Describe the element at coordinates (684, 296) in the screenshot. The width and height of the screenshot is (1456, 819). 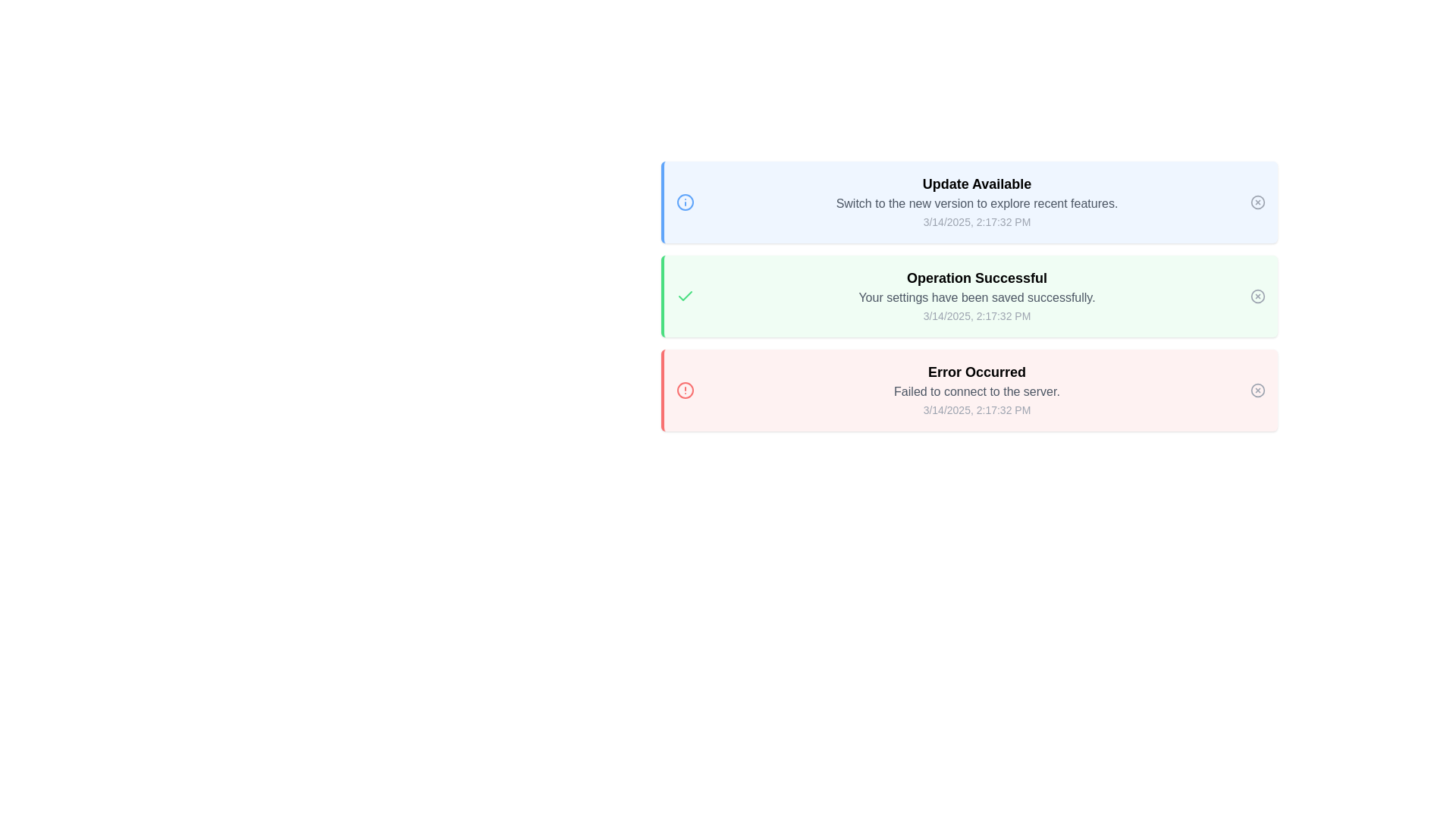
I see `the decorative vector graphic icon located in the second notification box labeled 'Operation Successful', which is positioned to the left of the textual content` at that location.